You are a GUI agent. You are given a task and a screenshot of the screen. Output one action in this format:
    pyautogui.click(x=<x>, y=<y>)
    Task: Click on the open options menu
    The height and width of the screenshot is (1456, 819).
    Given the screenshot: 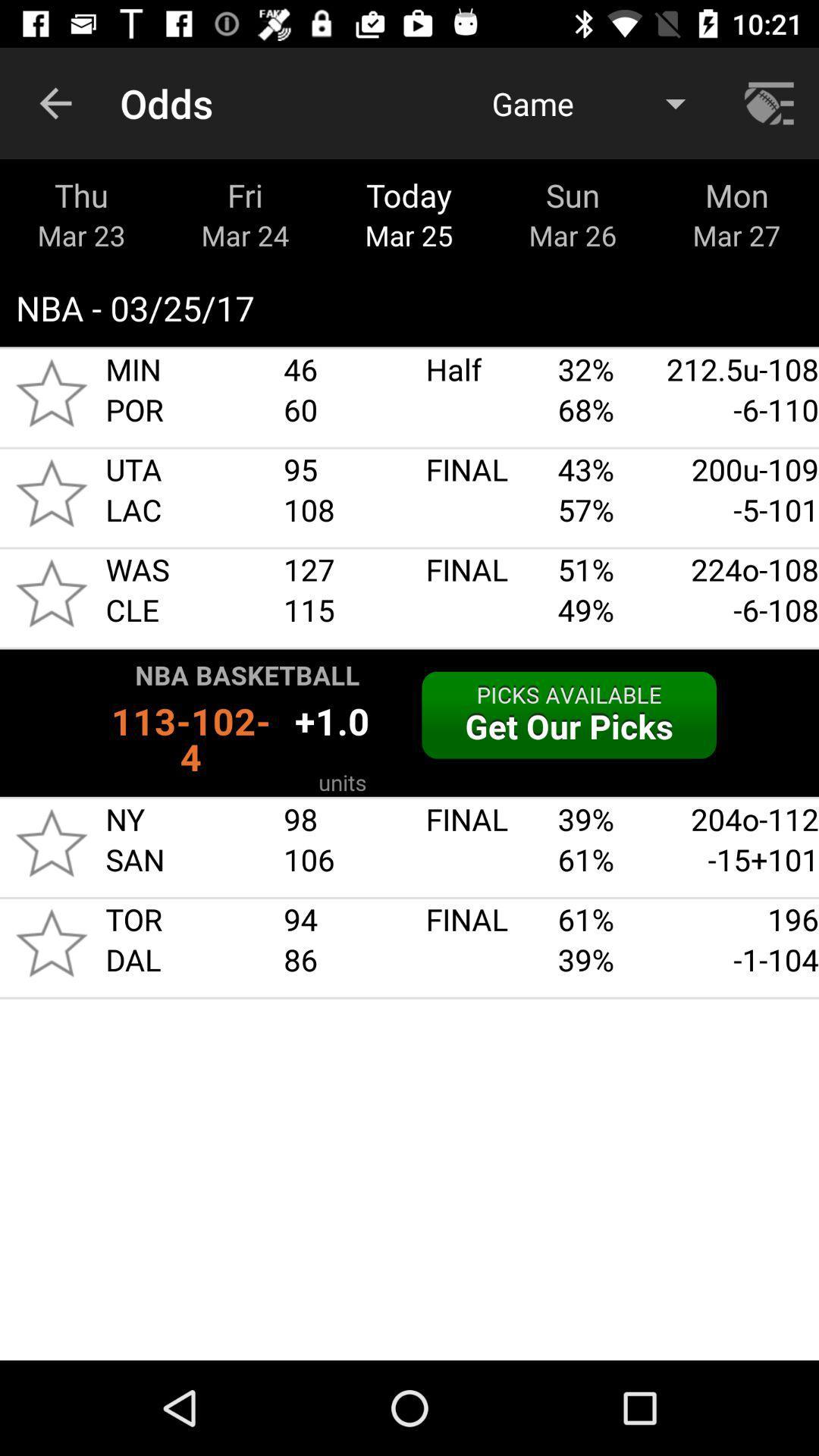 What is the action you would take?
    pyautogui.click(x=771, y=102)
    